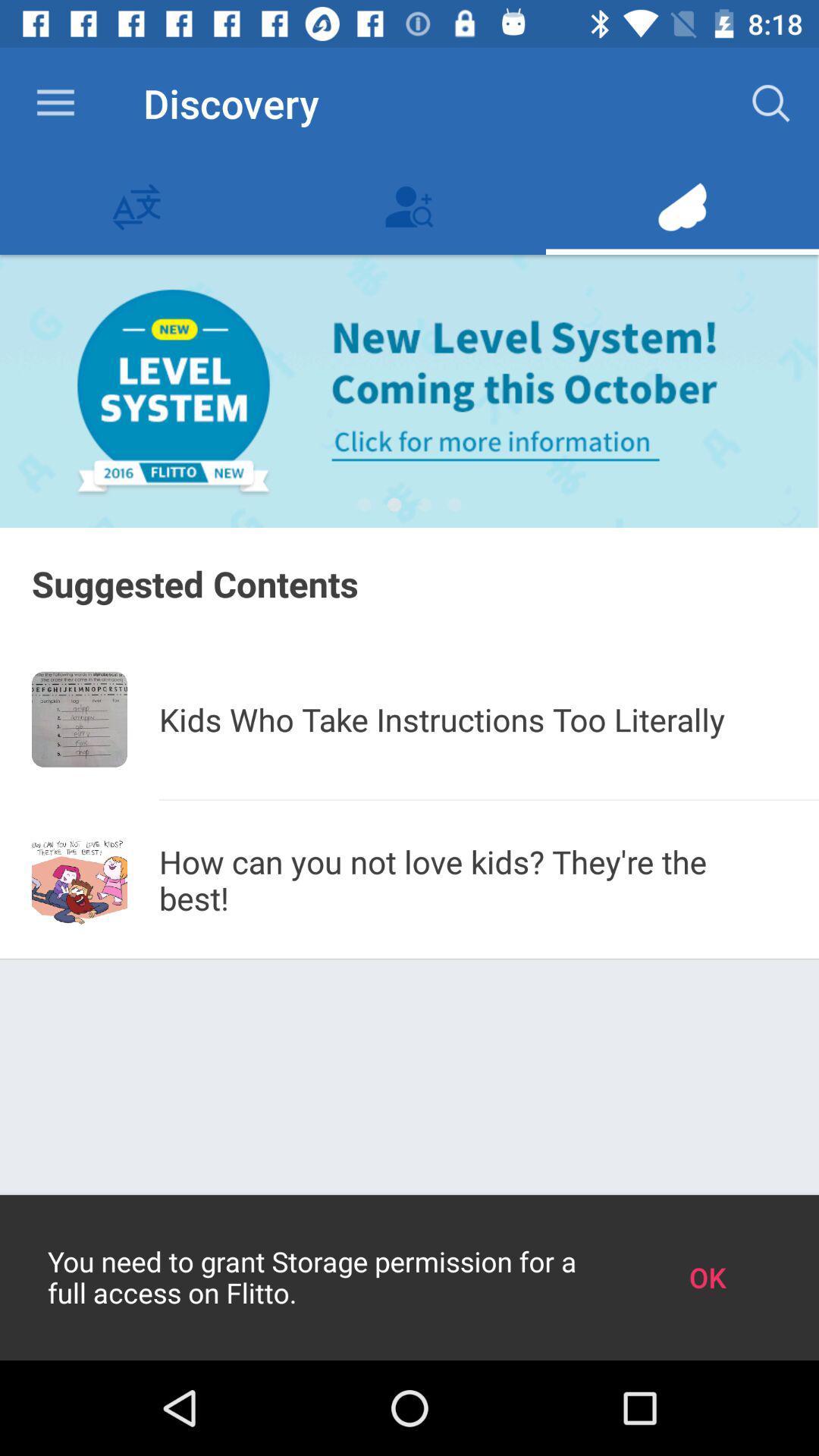  What do you see at coordinates (55, 102) in the screenshot?
I see `the app next to discovery app` at bounding box center [55, 102].